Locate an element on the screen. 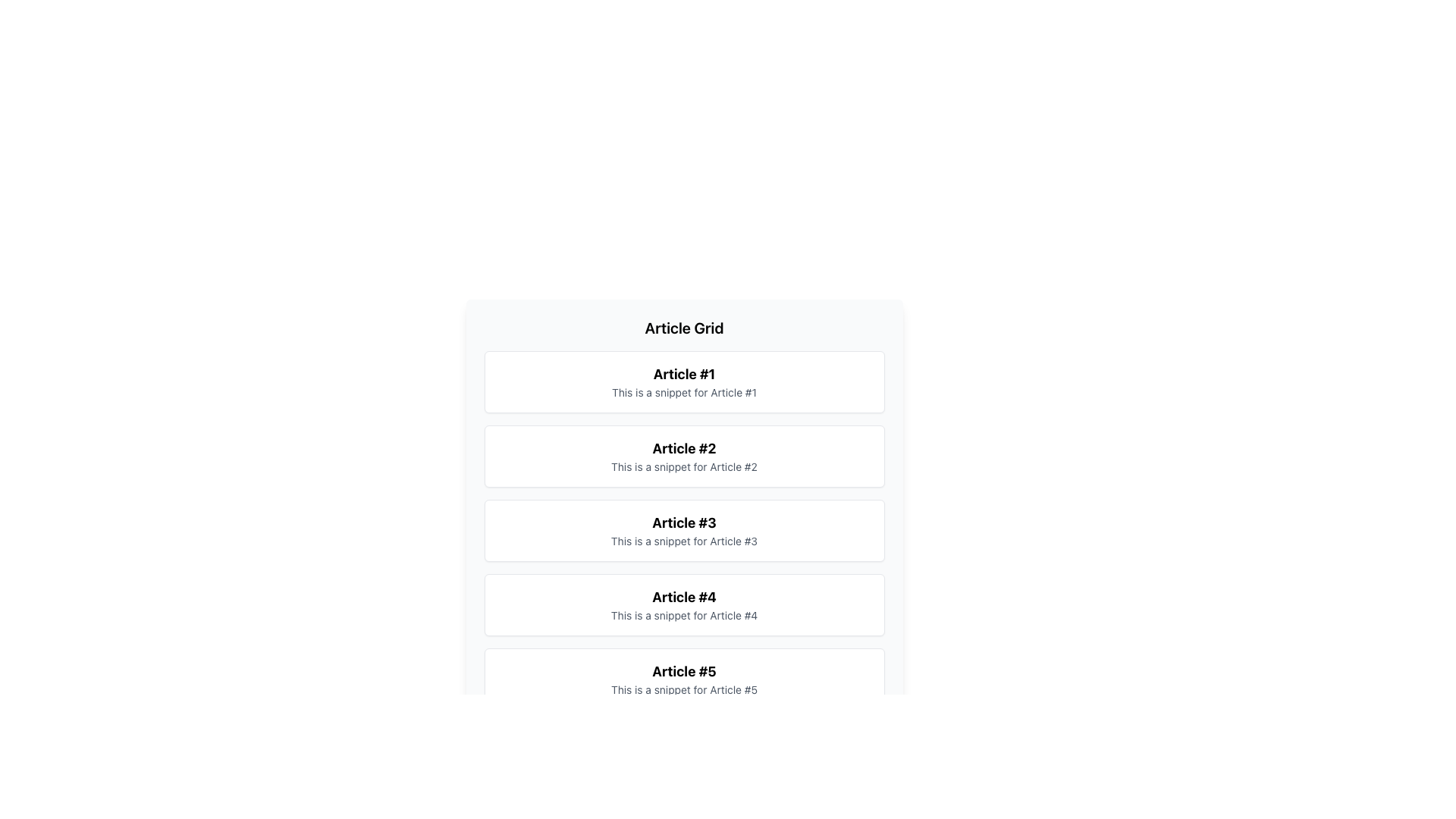 The width and height of the screenshot is (1456, 819). the header text label that categorizes the content as 'Article Grid', which is centrally positioned at the top of the section is located at coordinates (683, 327).